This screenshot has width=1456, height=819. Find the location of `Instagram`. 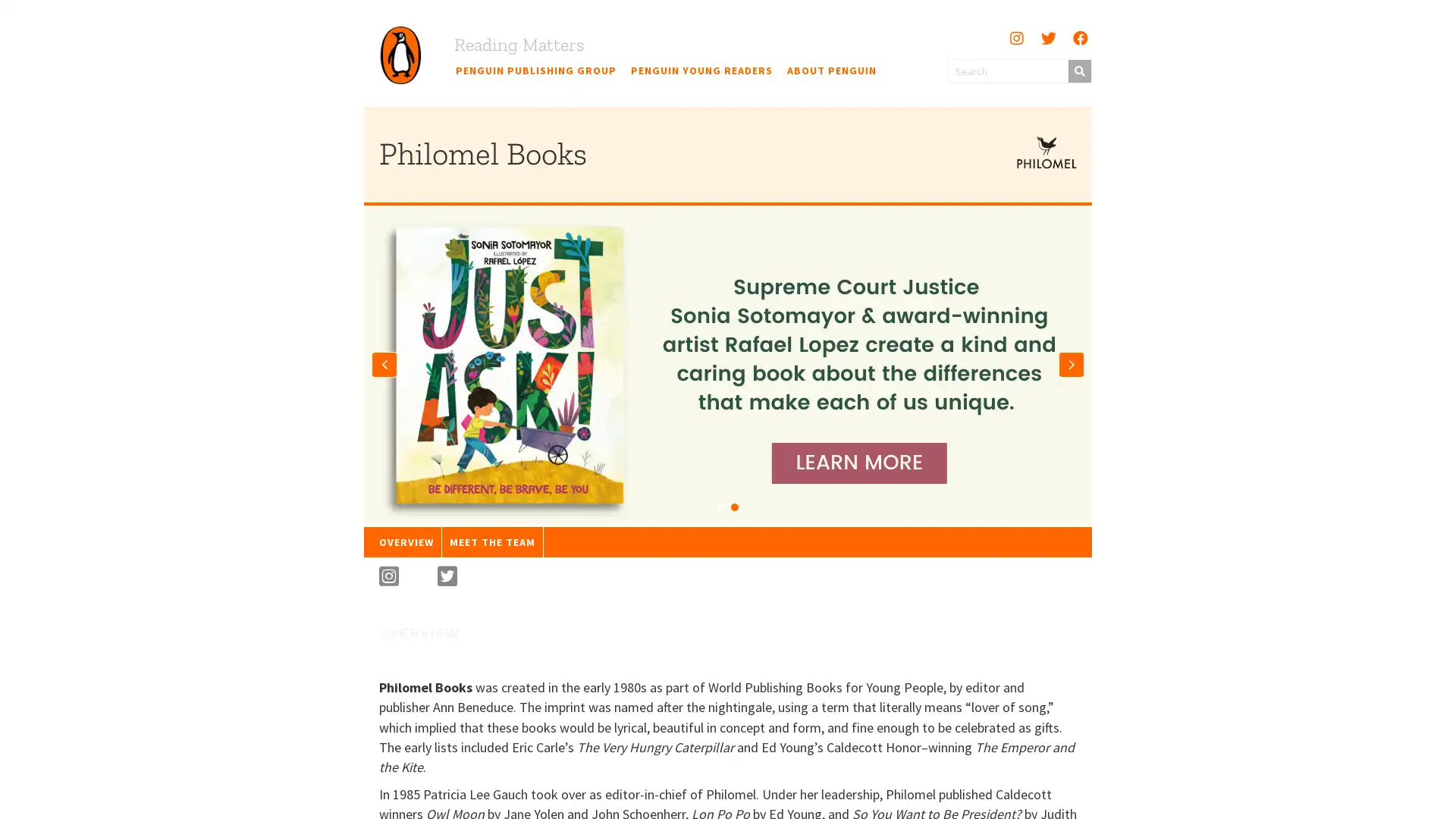

Instagram is located at coordinates (1015, 37).